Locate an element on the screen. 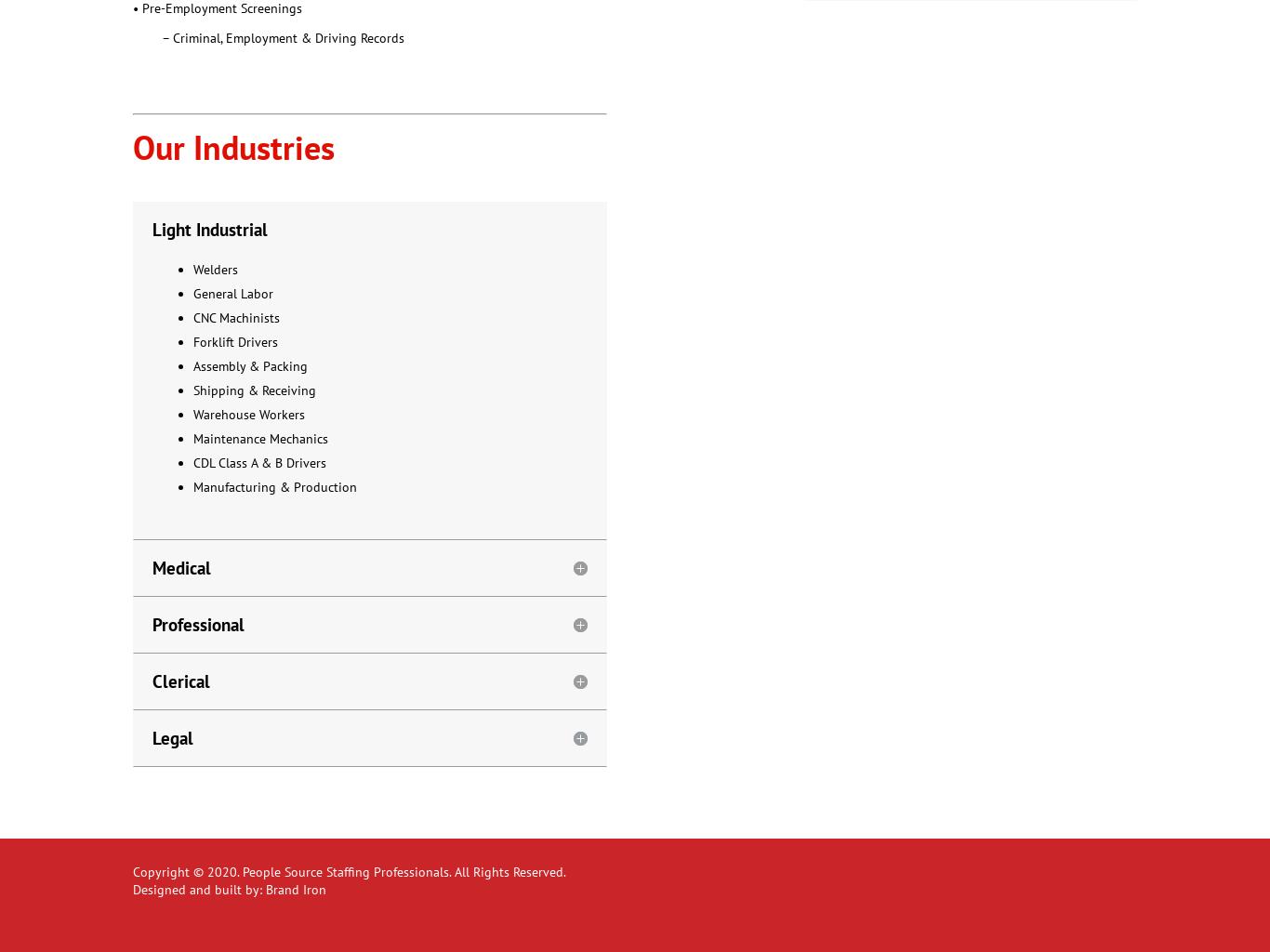 The width and height of the screenshot is (1270, 952). 'Designed and built by:' is located at coordinates (132, 889).